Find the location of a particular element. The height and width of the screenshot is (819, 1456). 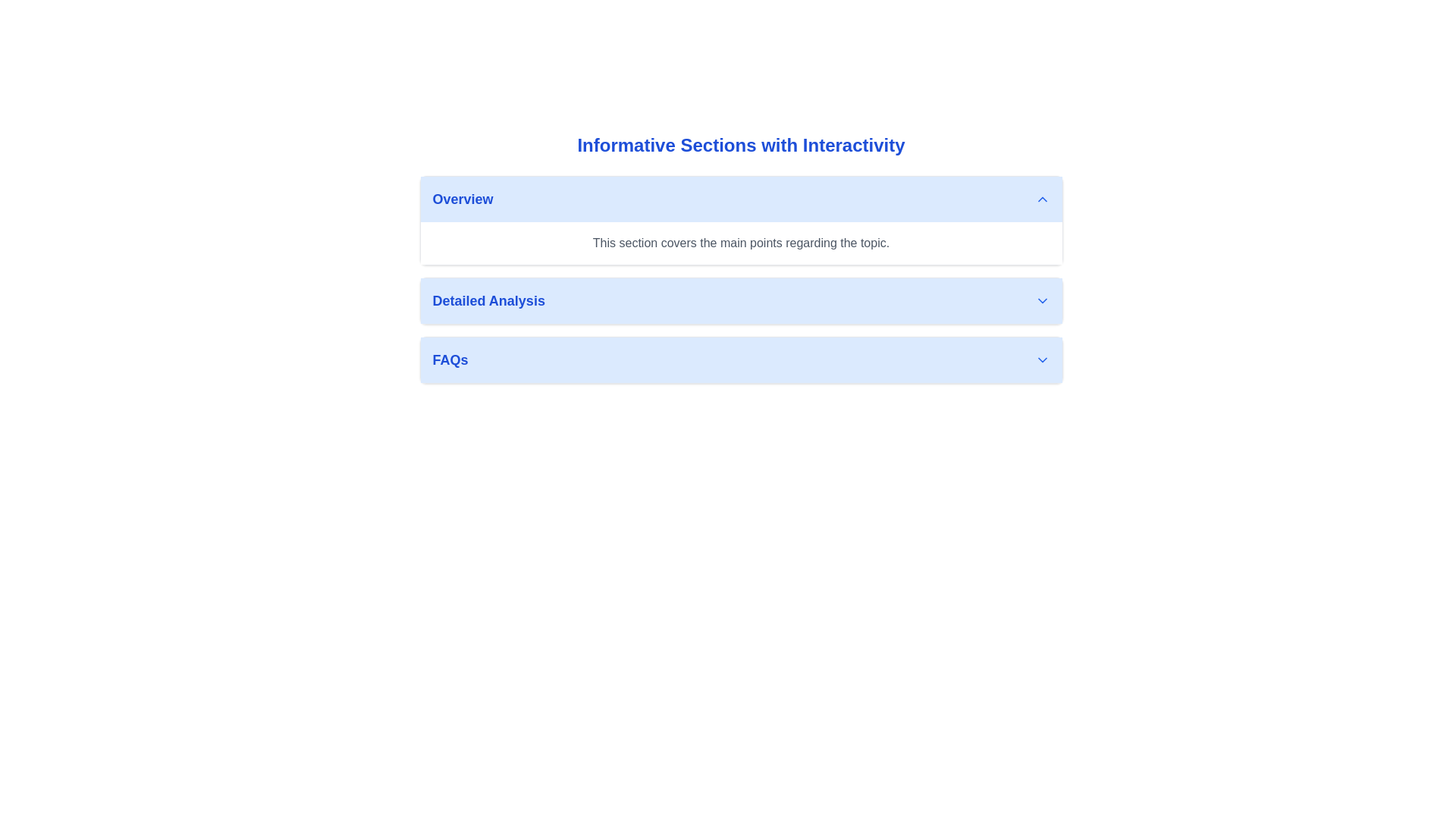

the blue, bold, large text labeled 'Detailed Analysis' is located at coordinates (488, 301).